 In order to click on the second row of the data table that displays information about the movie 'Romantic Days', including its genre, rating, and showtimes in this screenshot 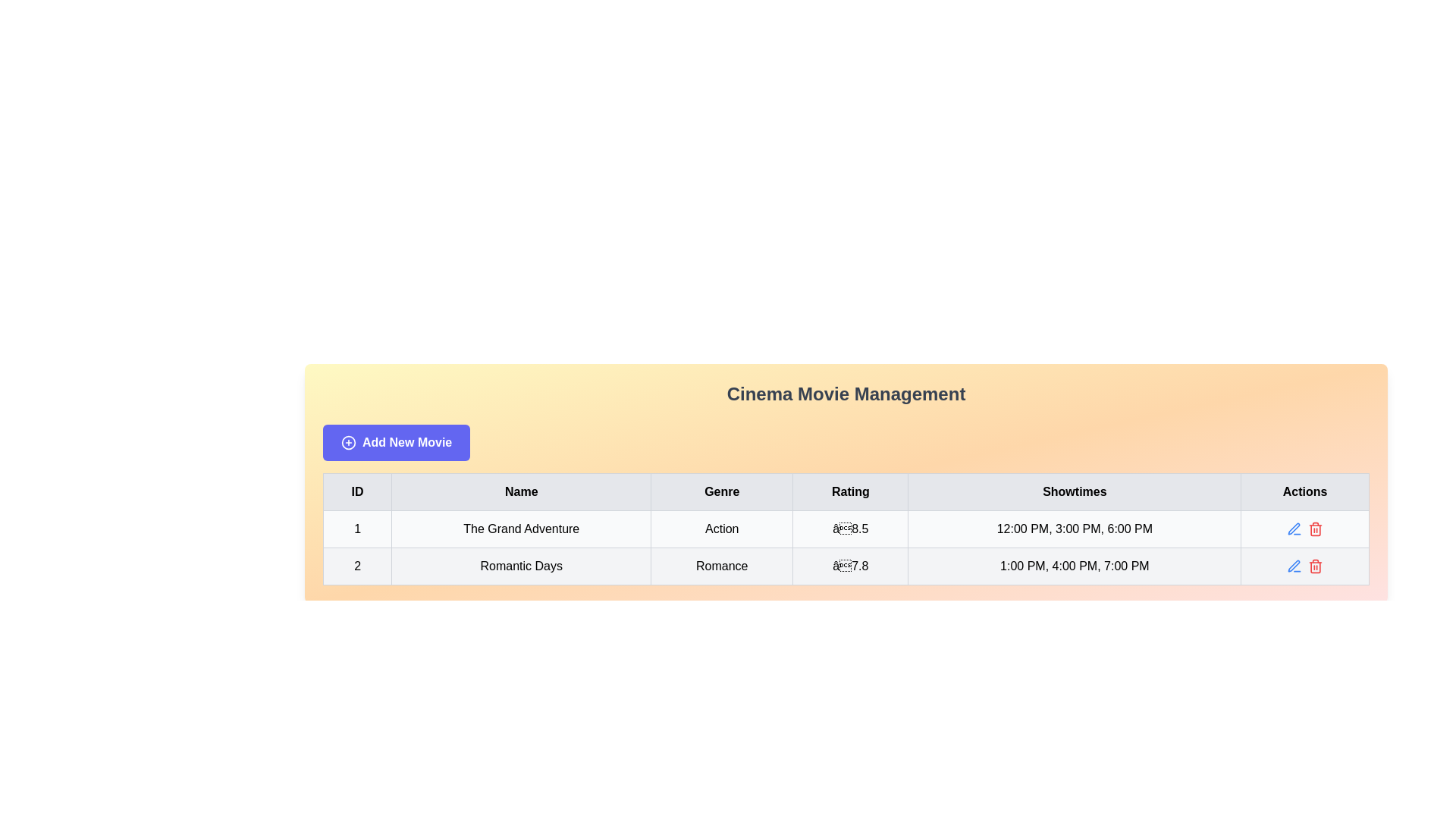, I will do `click(846, 566)`.